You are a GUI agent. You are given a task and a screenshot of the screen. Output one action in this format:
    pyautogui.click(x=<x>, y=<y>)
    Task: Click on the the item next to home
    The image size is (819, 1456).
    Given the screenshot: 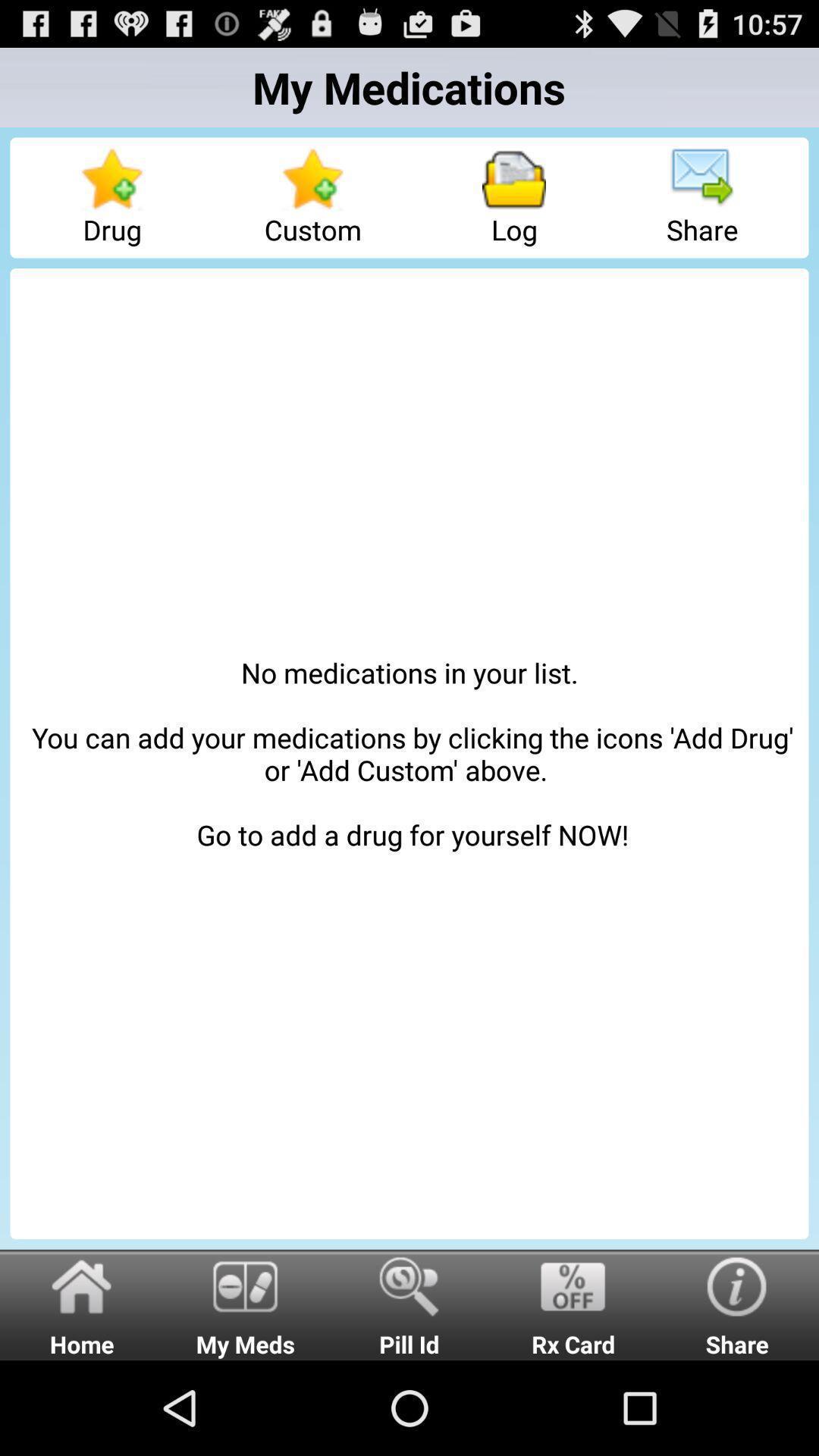 What is the action you would take?
    pyautogui.click(x=245, y=1304)
    